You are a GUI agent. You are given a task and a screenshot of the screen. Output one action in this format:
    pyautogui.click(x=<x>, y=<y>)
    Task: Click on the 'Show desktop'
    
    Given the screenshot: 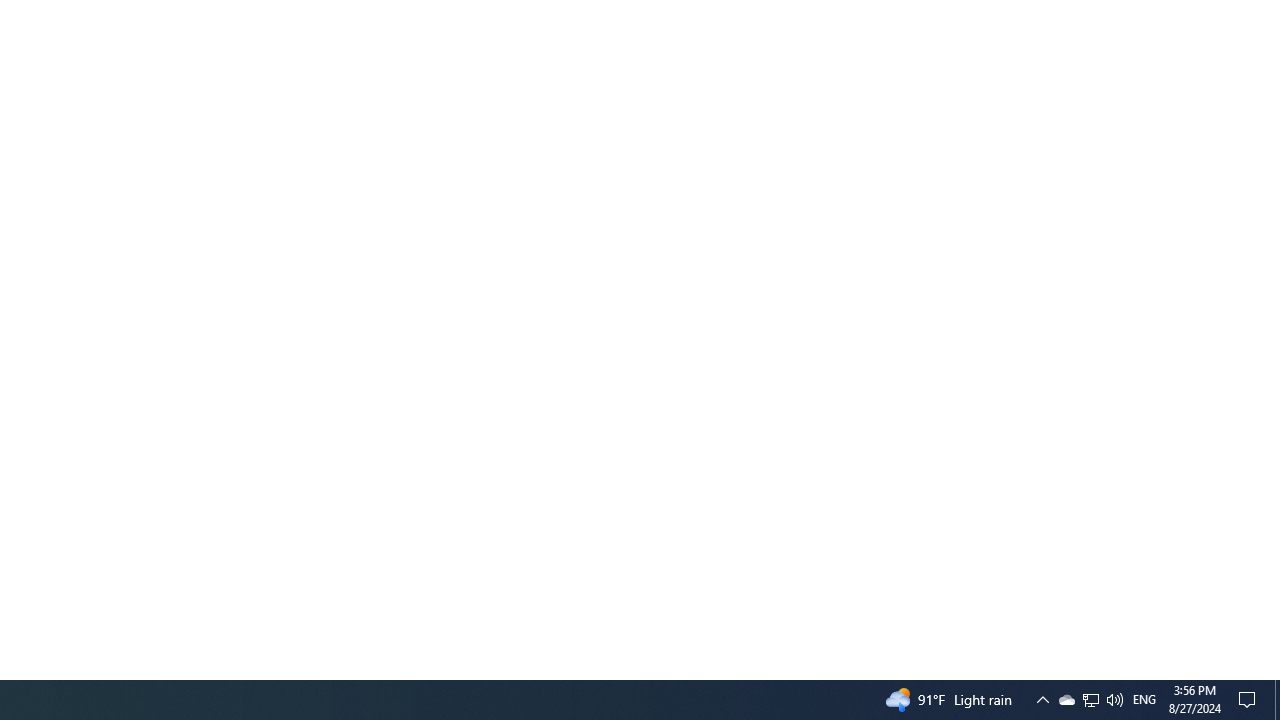 What is the action you would take?
    pyautogui.click(x=1276, y=698)
    